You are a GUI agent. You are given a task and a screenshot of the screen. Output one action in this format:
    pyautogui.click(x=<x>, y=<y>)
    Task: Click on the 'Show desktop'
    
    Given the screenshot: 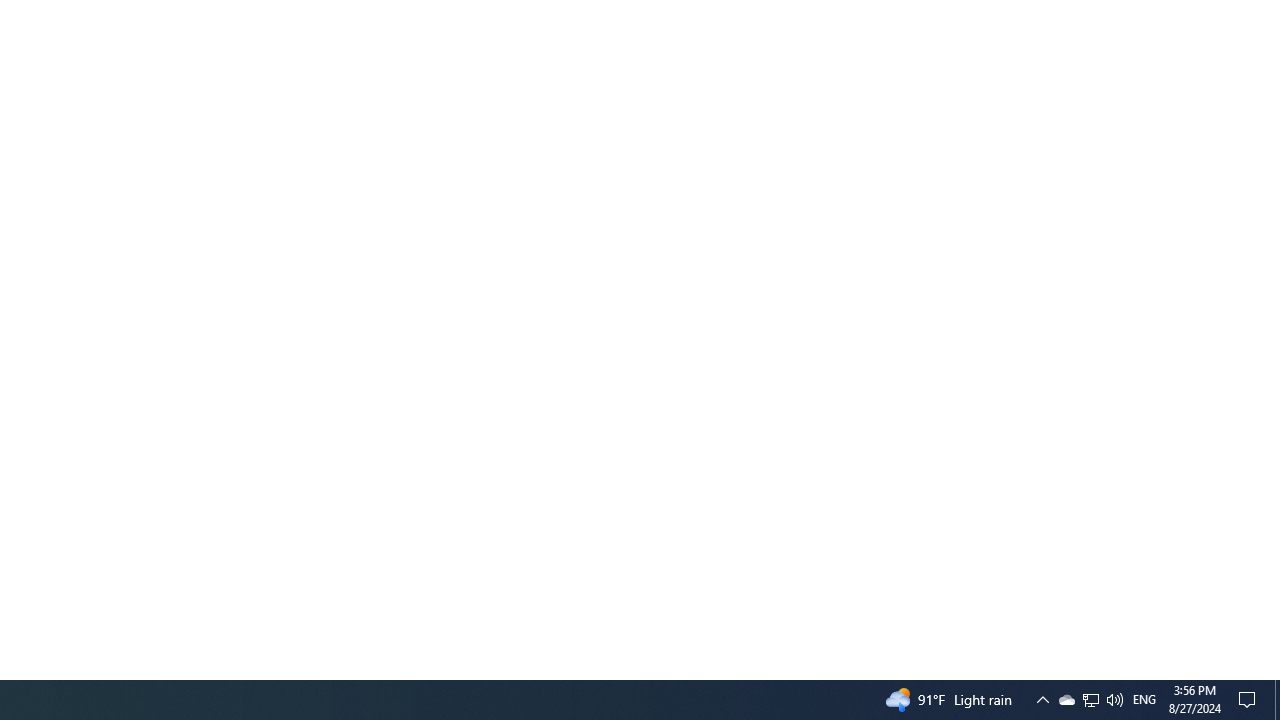 What is the action you would take?
    pyautogui.click(x=1276, y=698)
    